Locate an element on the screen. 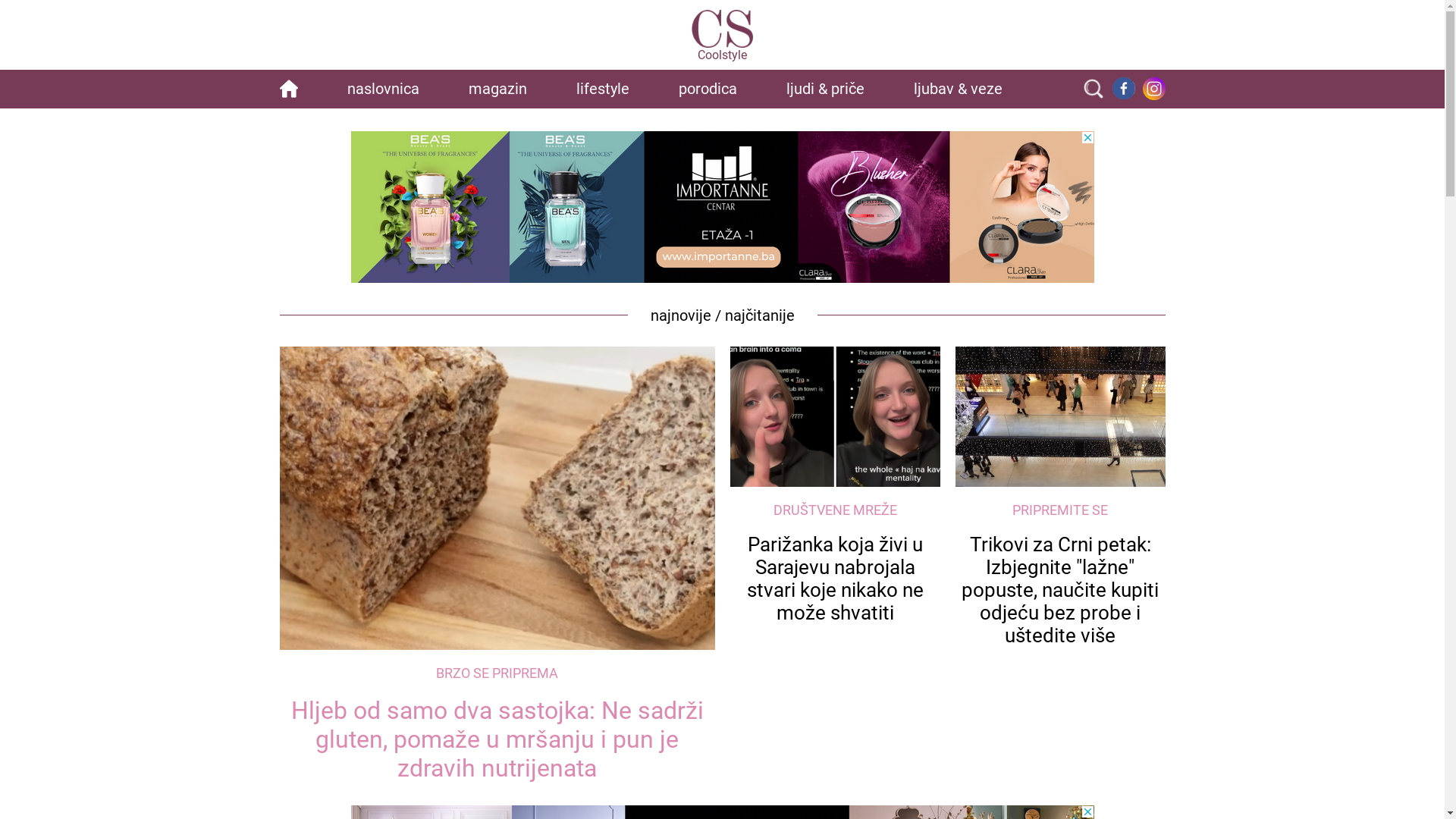 The height and width of the screenshot is (819, 1456). 'PRIPREMITE SE' is located at coordinates (1059, 510).